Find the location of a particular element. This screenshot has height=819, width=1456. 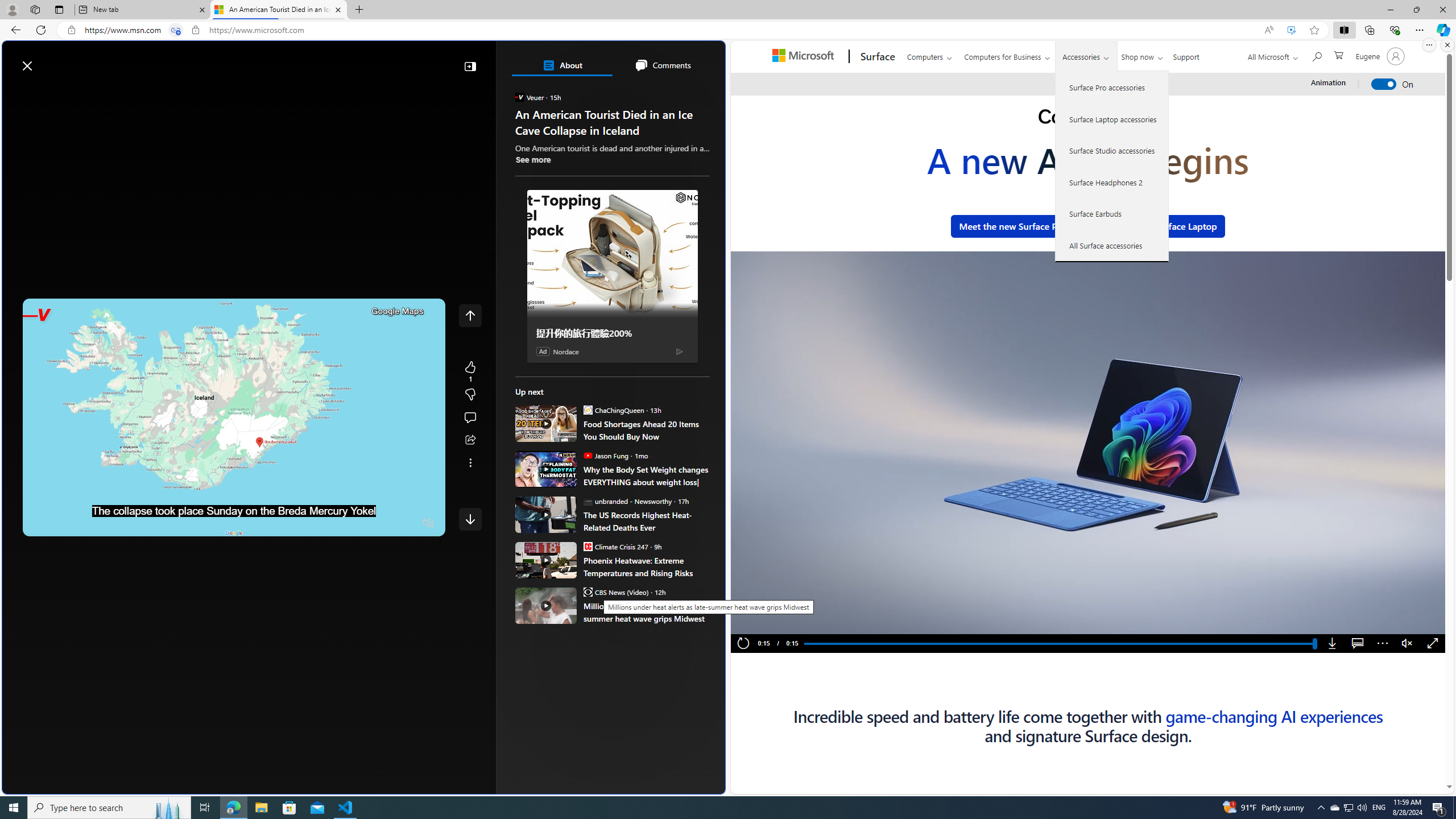

'Tabs in split screen' is located at coordinates (176, 30).